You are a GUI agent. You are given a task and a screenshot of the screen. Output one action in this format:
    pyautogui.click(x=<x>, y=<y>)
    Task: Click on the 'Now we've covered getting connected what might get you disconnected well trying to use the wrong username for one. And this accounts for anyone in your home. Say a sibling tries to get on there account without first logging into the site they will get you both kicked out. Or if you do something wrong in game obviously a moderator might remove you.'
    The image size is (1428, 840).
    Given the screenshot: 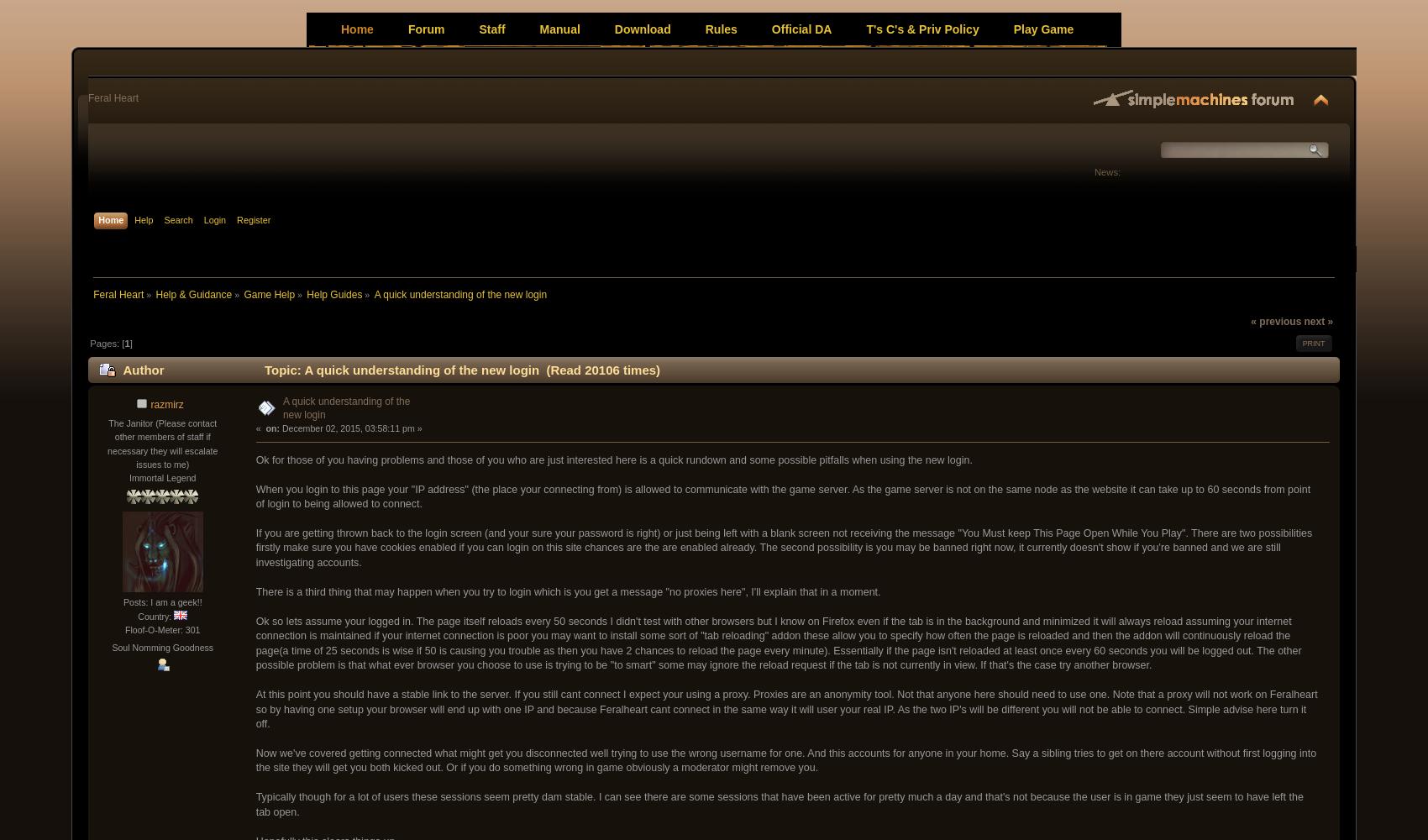 What is the action you would take?
    pyautogui.click(x=255, y=760)
    